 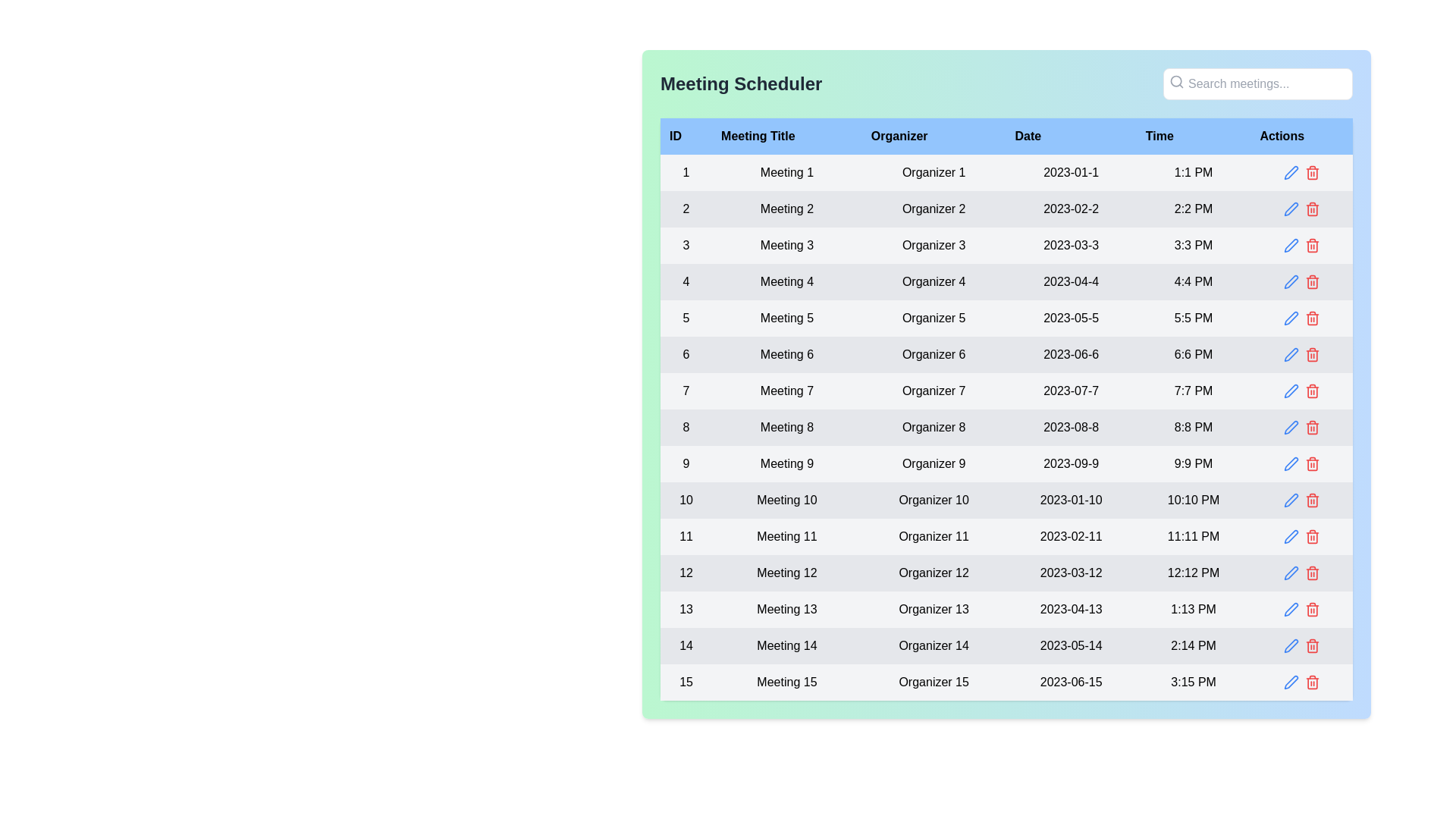 What do you see at coordinates (1193, 245) in the screenshot?
I see `the static text display showing '3:3 PM' in the 'Time' column of the third row of the table` at bounding box center [1193, 245].